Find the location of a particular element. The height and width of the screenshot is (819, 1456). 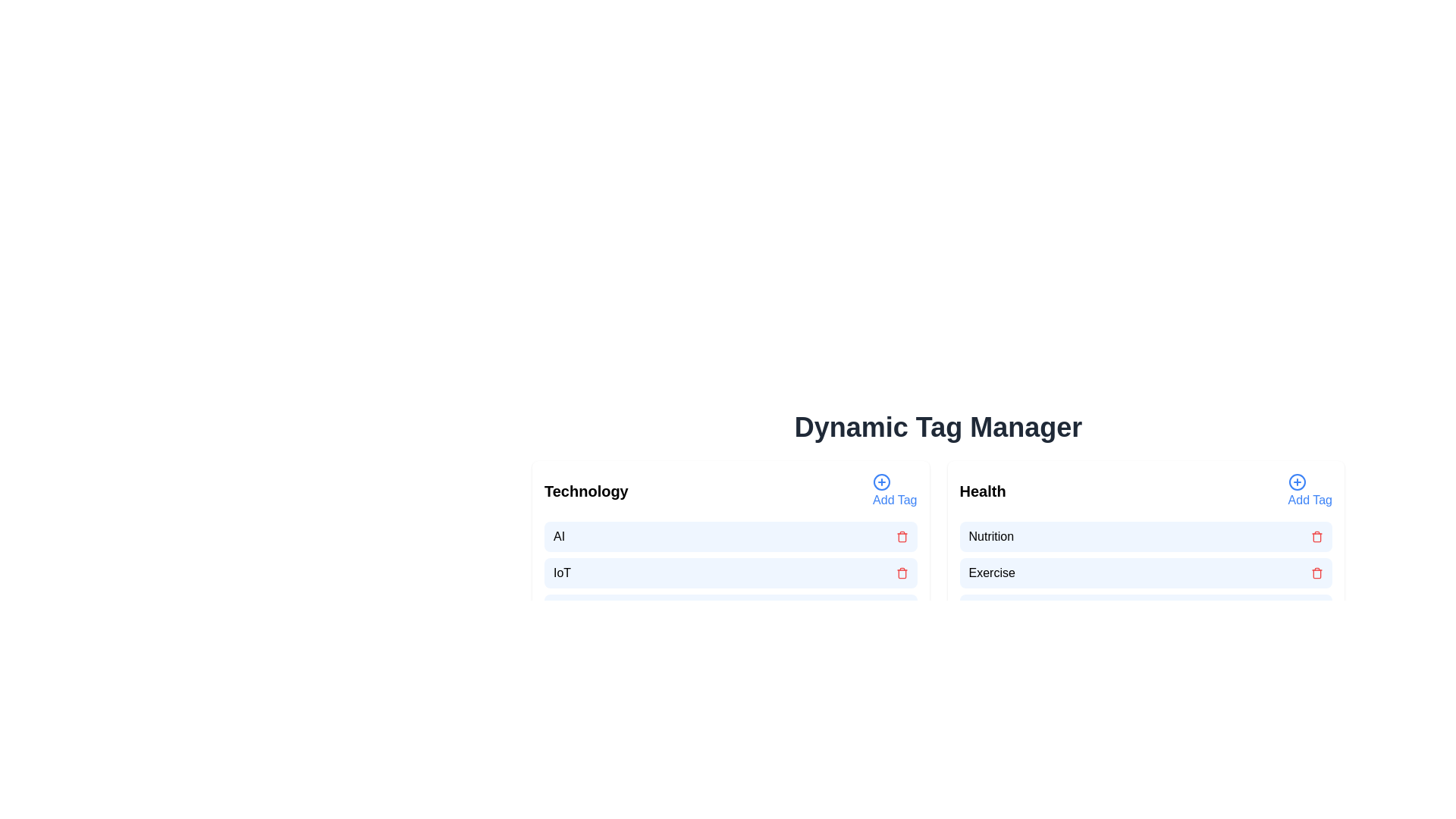

the delete button located at the right end of the 'Exercise' row in the 'Health' category section is located at coordinates (1316, 573).